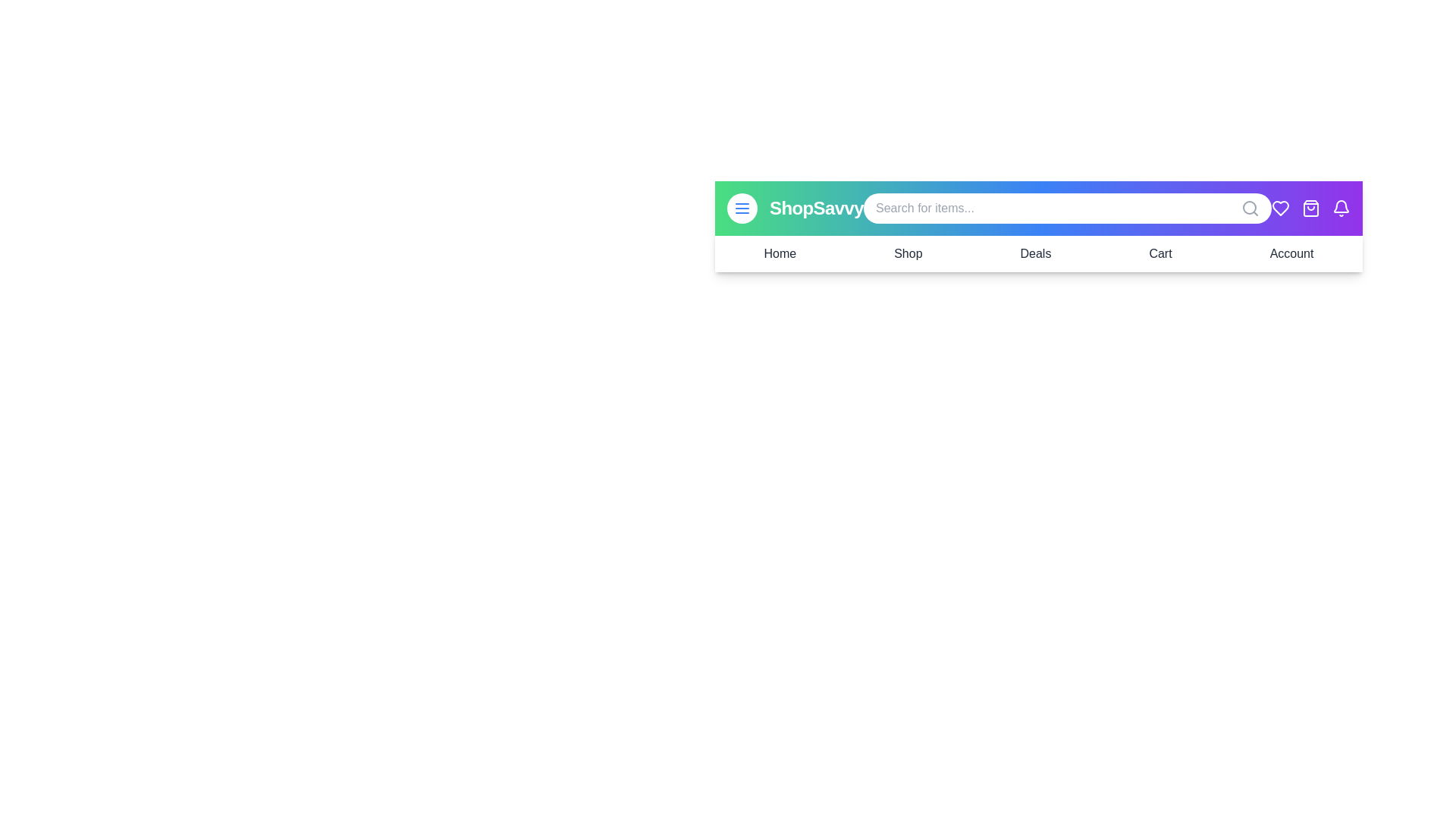 This screenshot has height=819, width=1456. I want to click on the shopping bag icon, so click(1310, 208).